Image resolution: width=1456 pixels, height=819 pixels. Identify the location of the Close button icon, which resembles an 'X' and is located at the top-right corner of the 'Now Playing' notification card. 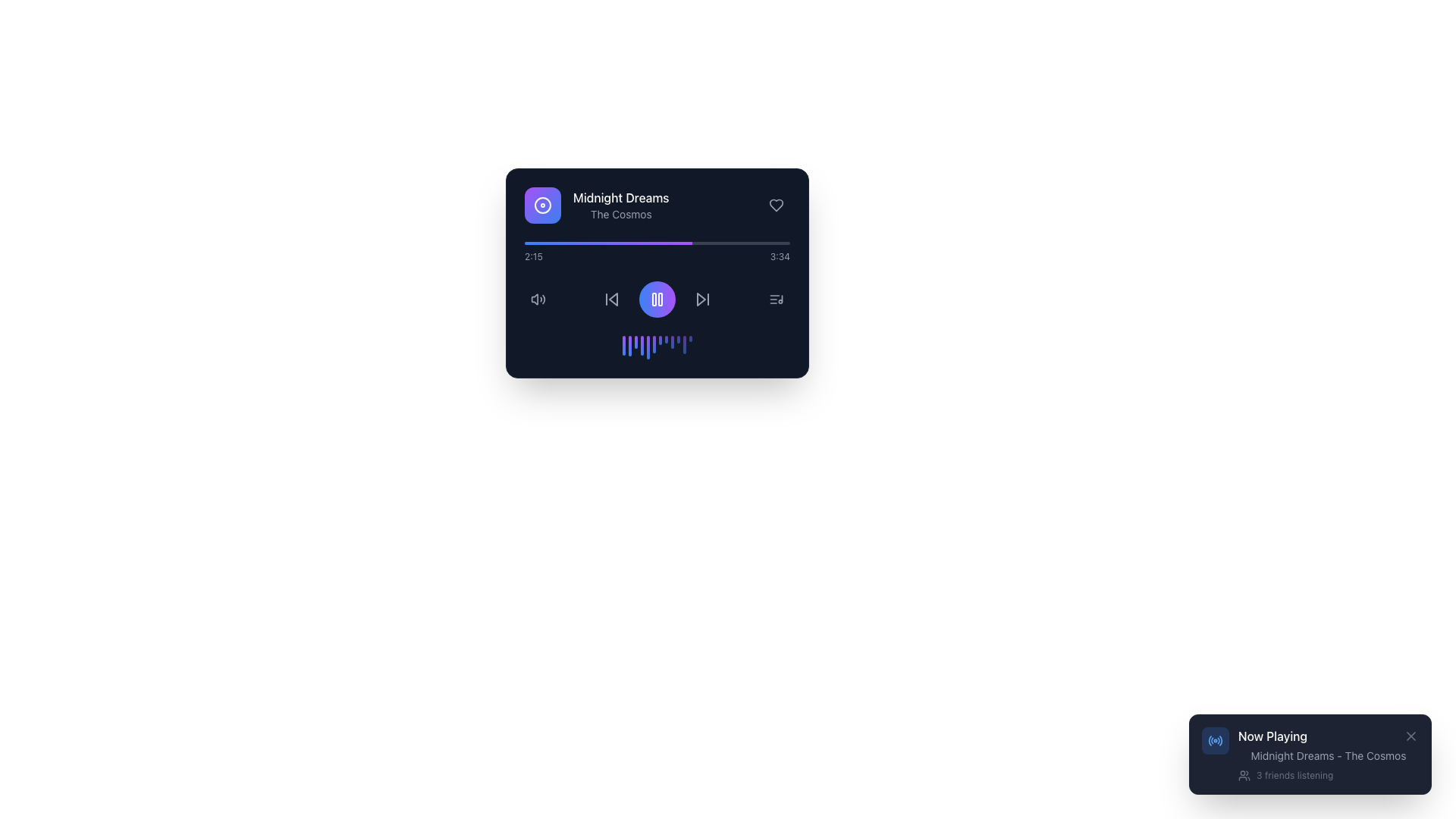
(1410, 736).